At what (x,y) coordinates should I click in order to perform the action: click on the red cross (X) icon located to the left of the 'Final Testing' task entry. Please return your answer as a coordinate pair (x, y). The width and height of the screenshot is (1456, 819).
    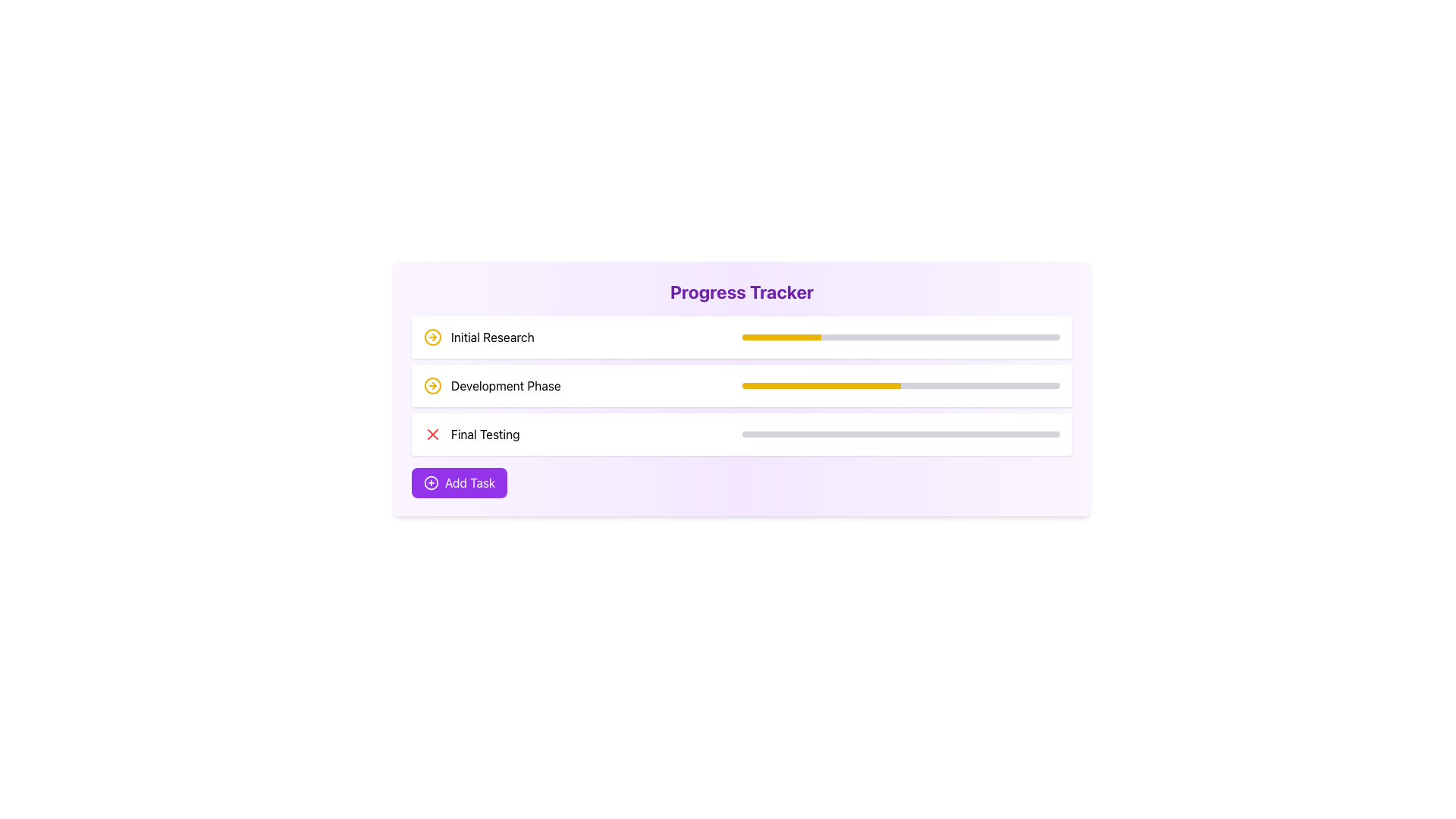
    Looking at the image, I should click on (432, 435).